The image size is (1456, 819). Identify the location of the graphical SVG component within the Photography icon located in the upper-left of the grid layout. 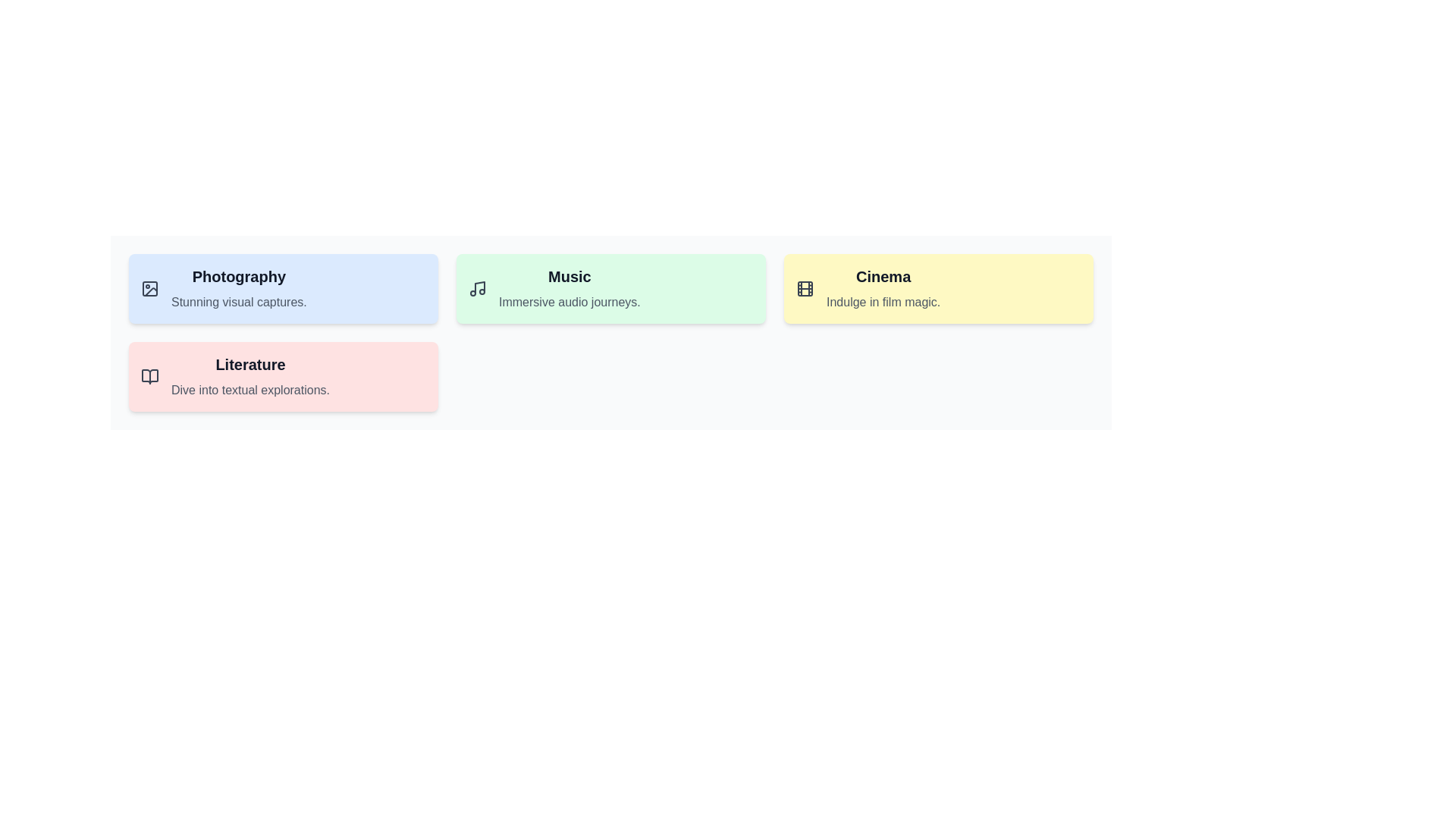
(151, 292).